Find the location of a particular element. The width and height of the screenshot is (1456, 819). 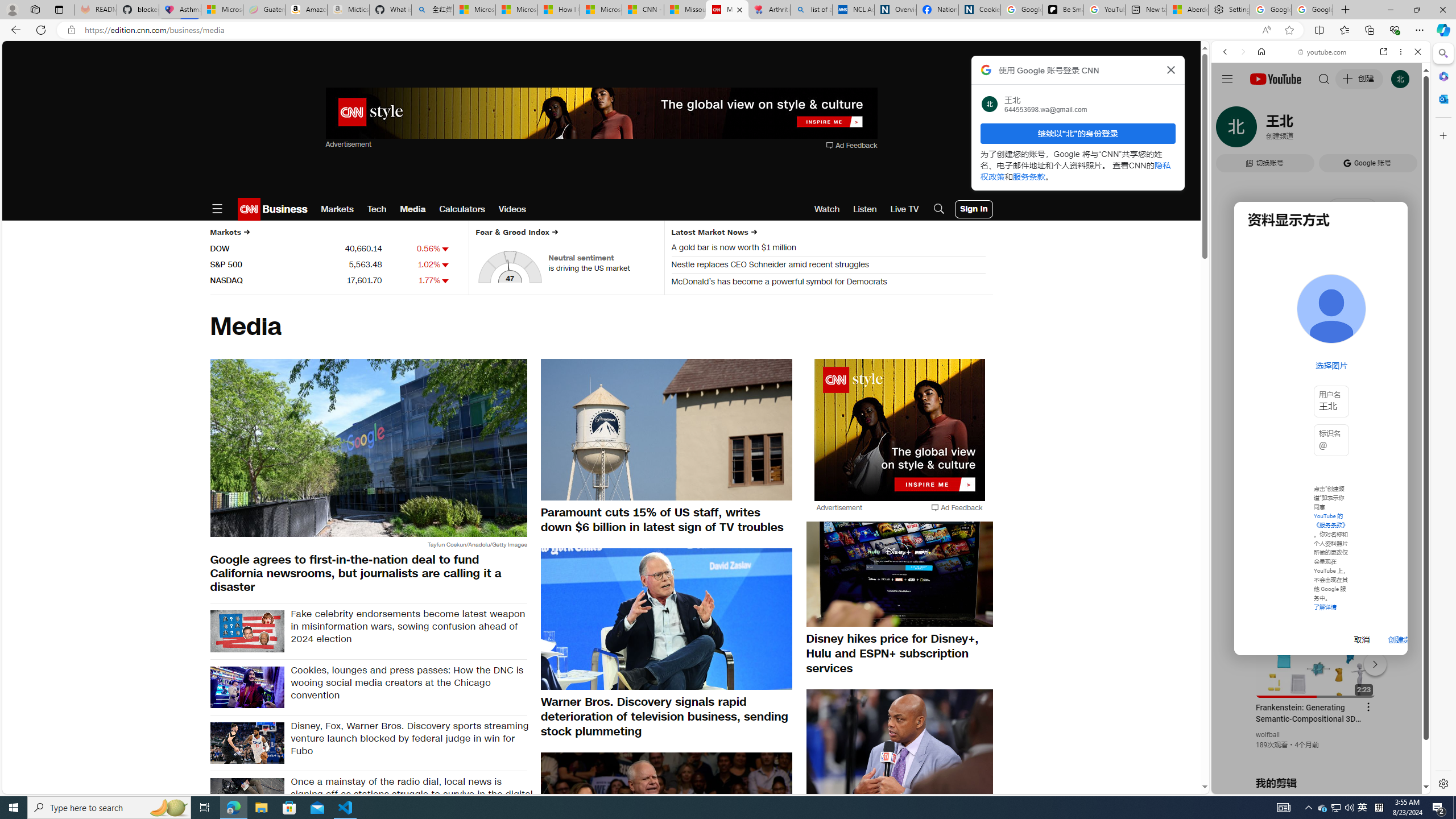

'Neutral sentiment is driving the US market' is located at coordinates (603, 263).